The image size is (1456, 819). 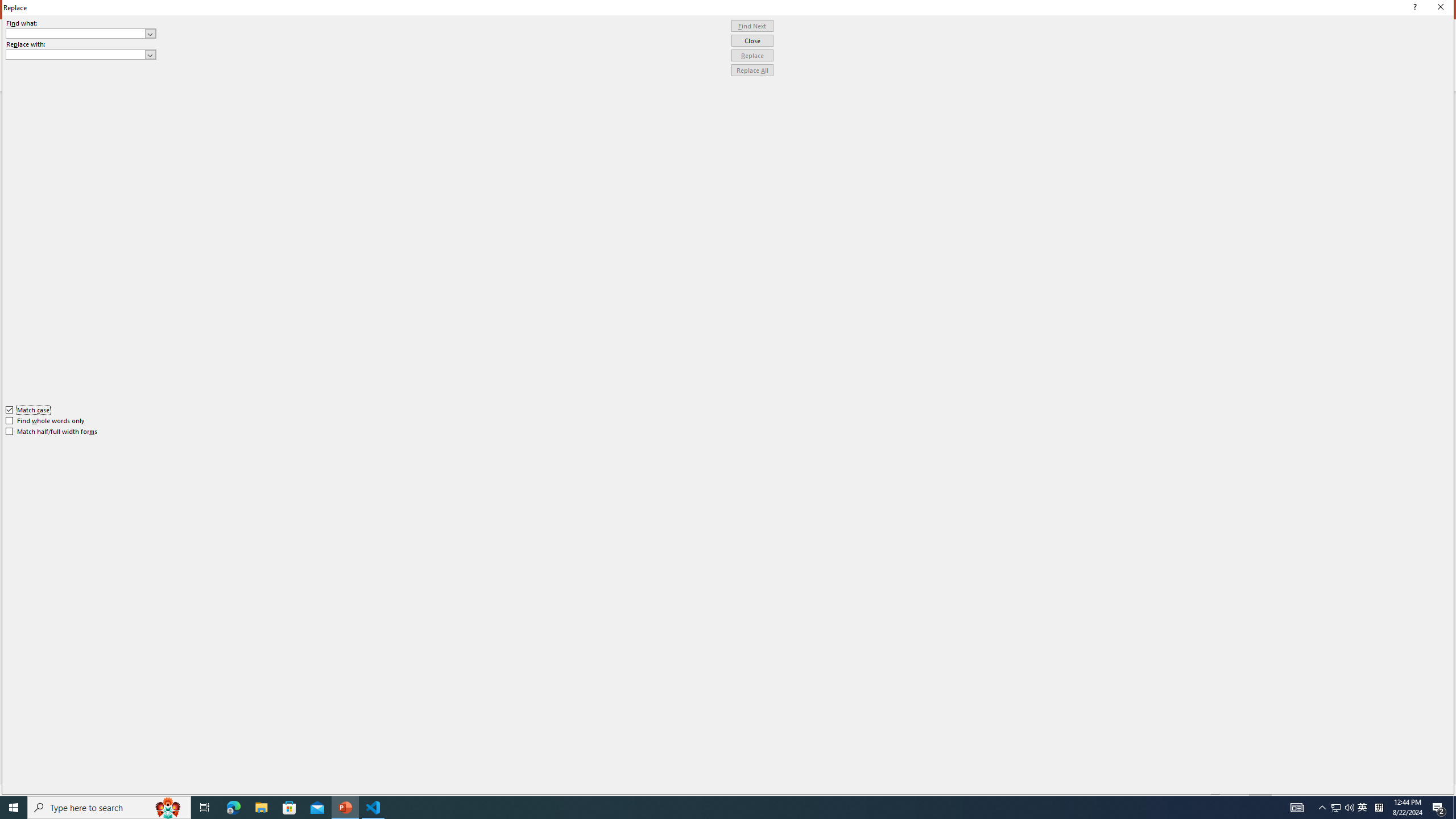 I want to click on 'Match half/full width forms', so click(x=52, y=431).